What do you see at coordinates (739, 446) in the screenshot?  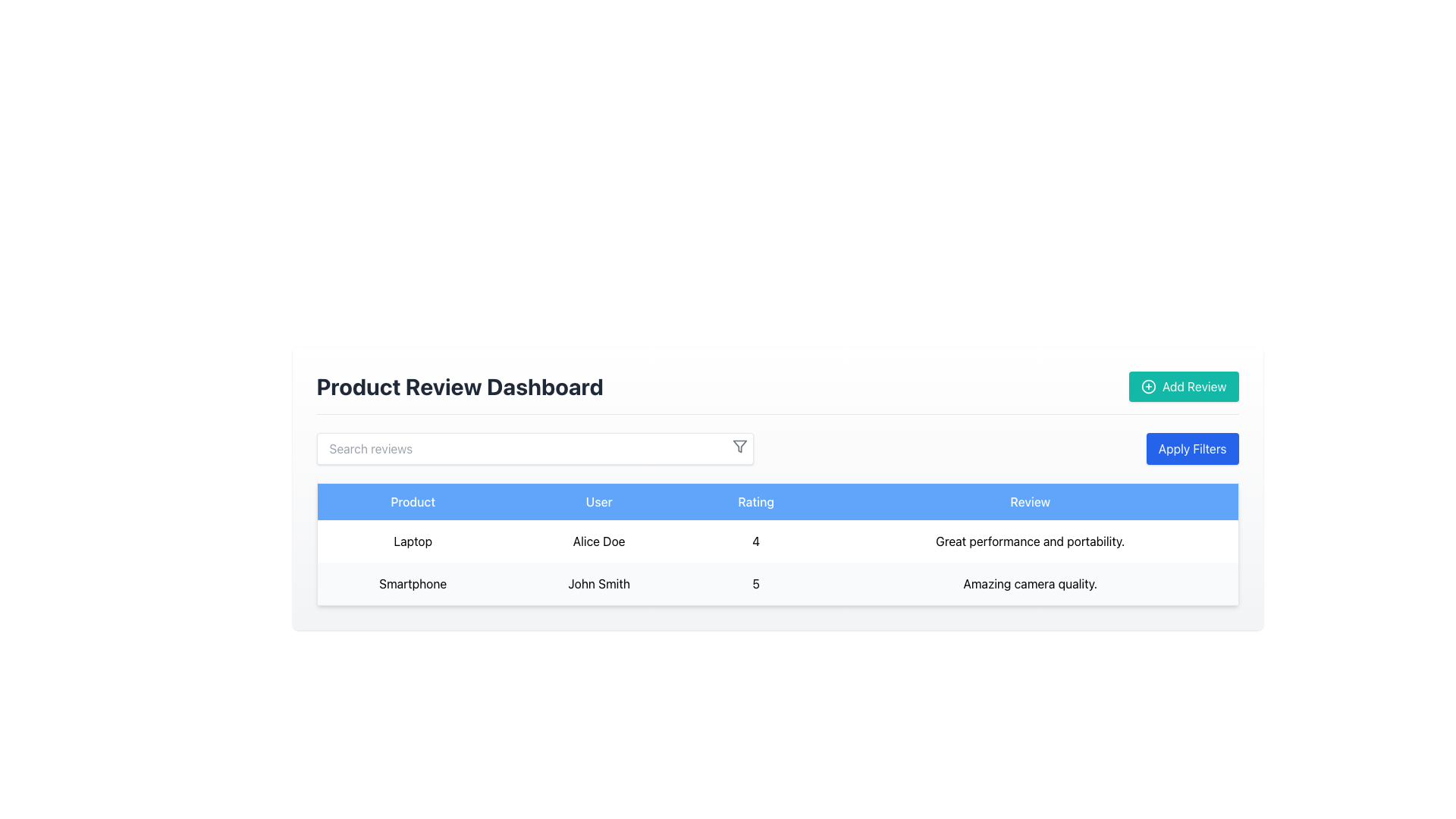 I see `the gray funnel filter icon located at the upper-right corner of the search bar` at bounding box center [739, 446].